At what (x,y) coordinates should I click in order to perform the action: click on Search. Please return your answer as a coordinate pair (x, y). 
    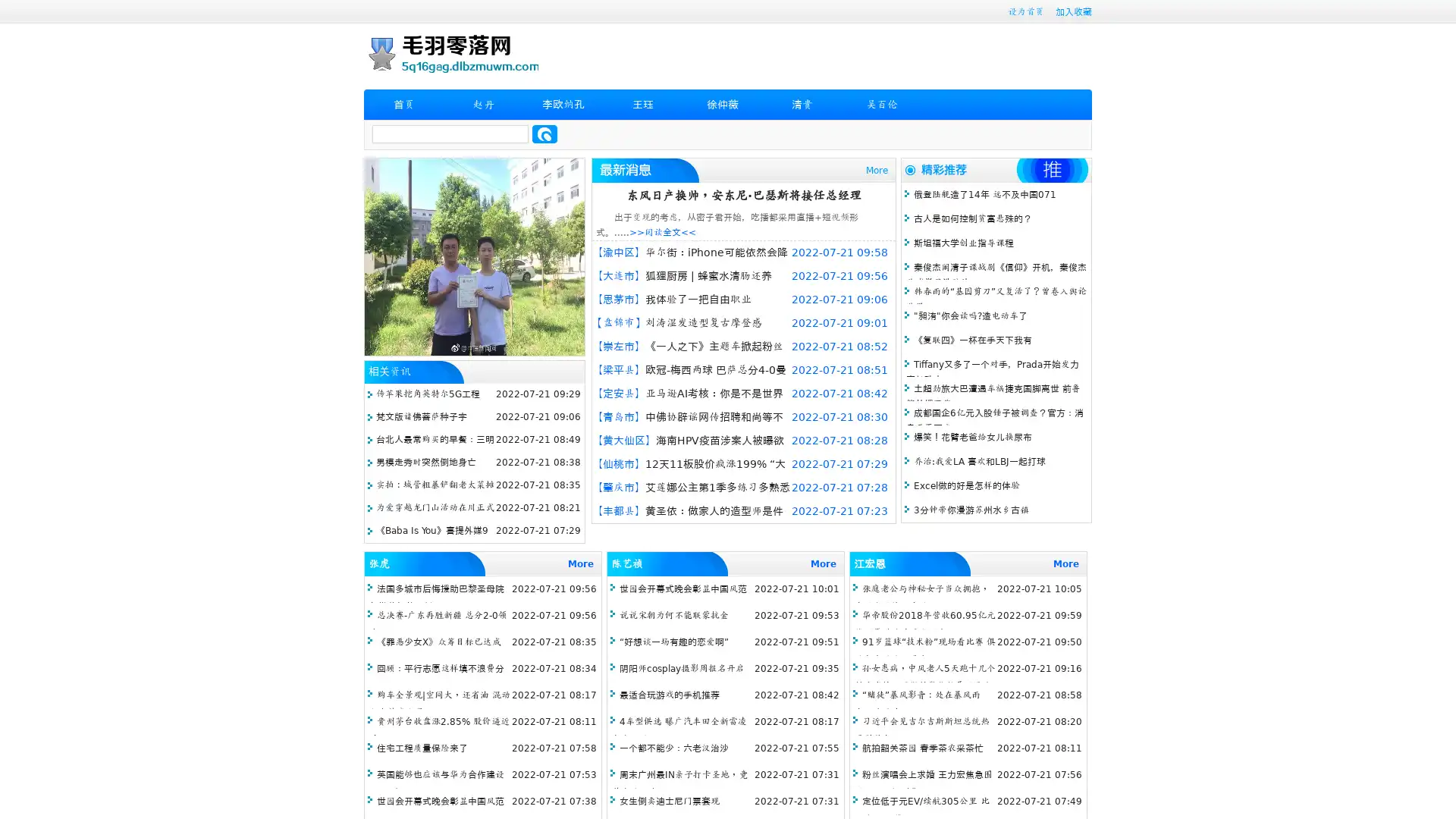
    Looking at the image, I should click on (544, 133).